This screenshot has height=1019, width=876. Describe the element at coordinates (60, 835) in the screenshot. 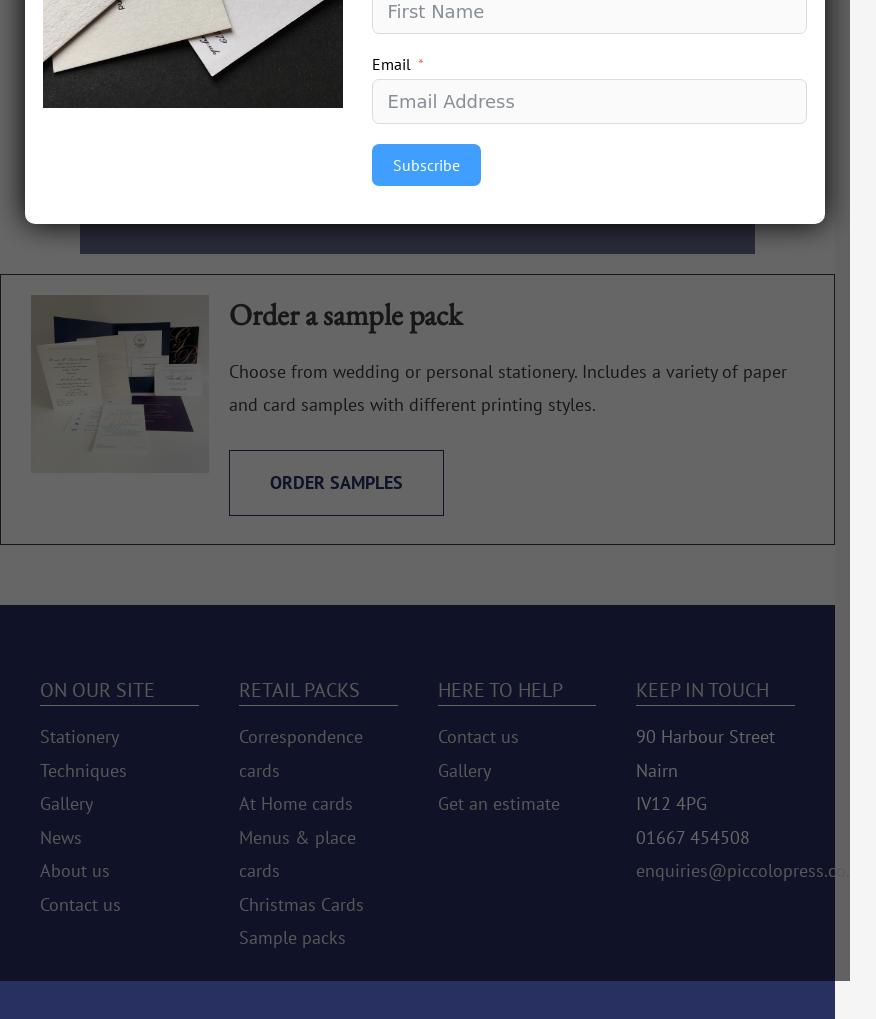

I see `'News'` at that location.